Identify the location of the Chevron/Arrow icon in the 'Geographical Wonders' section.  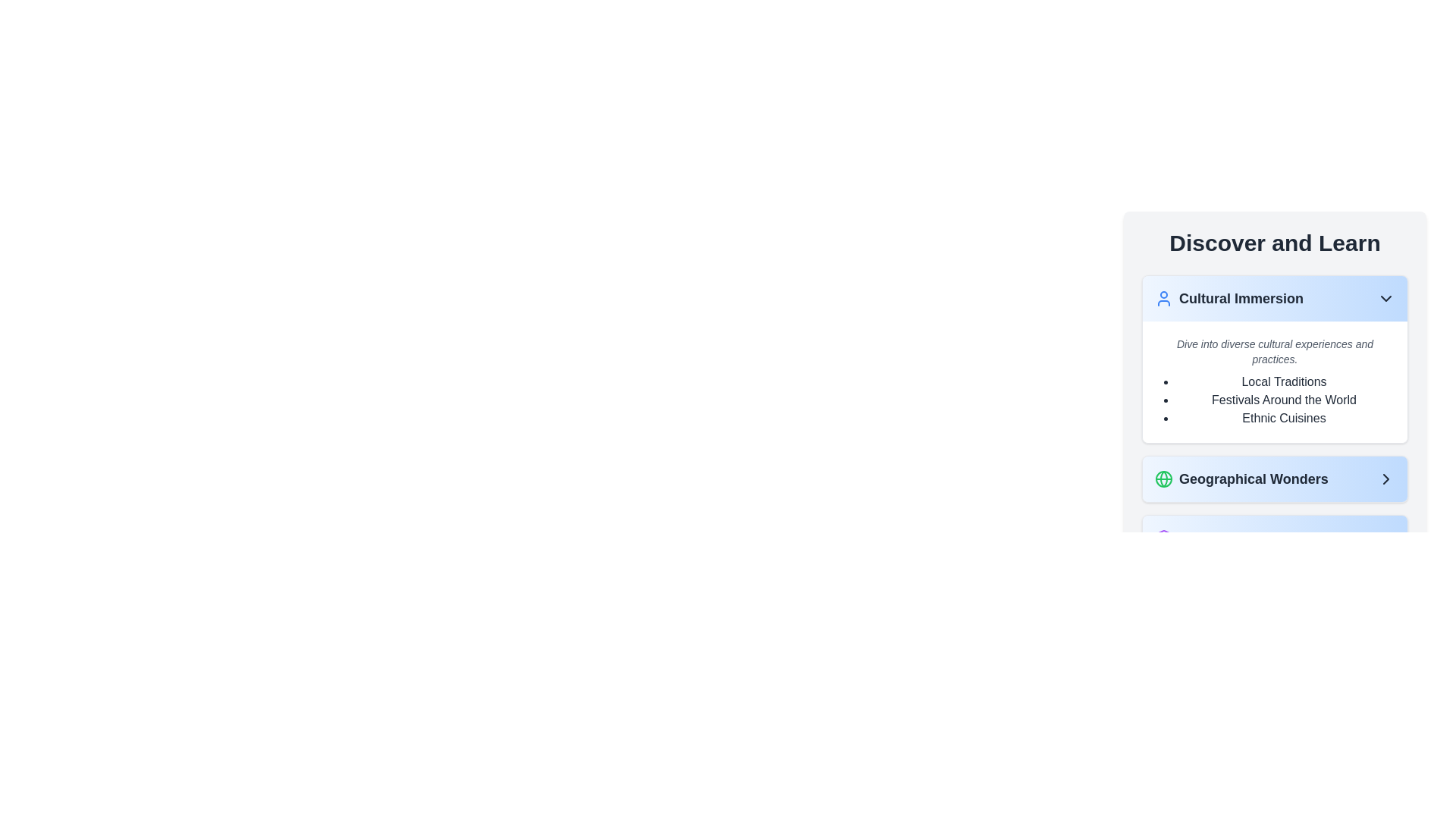
(1386, 479).